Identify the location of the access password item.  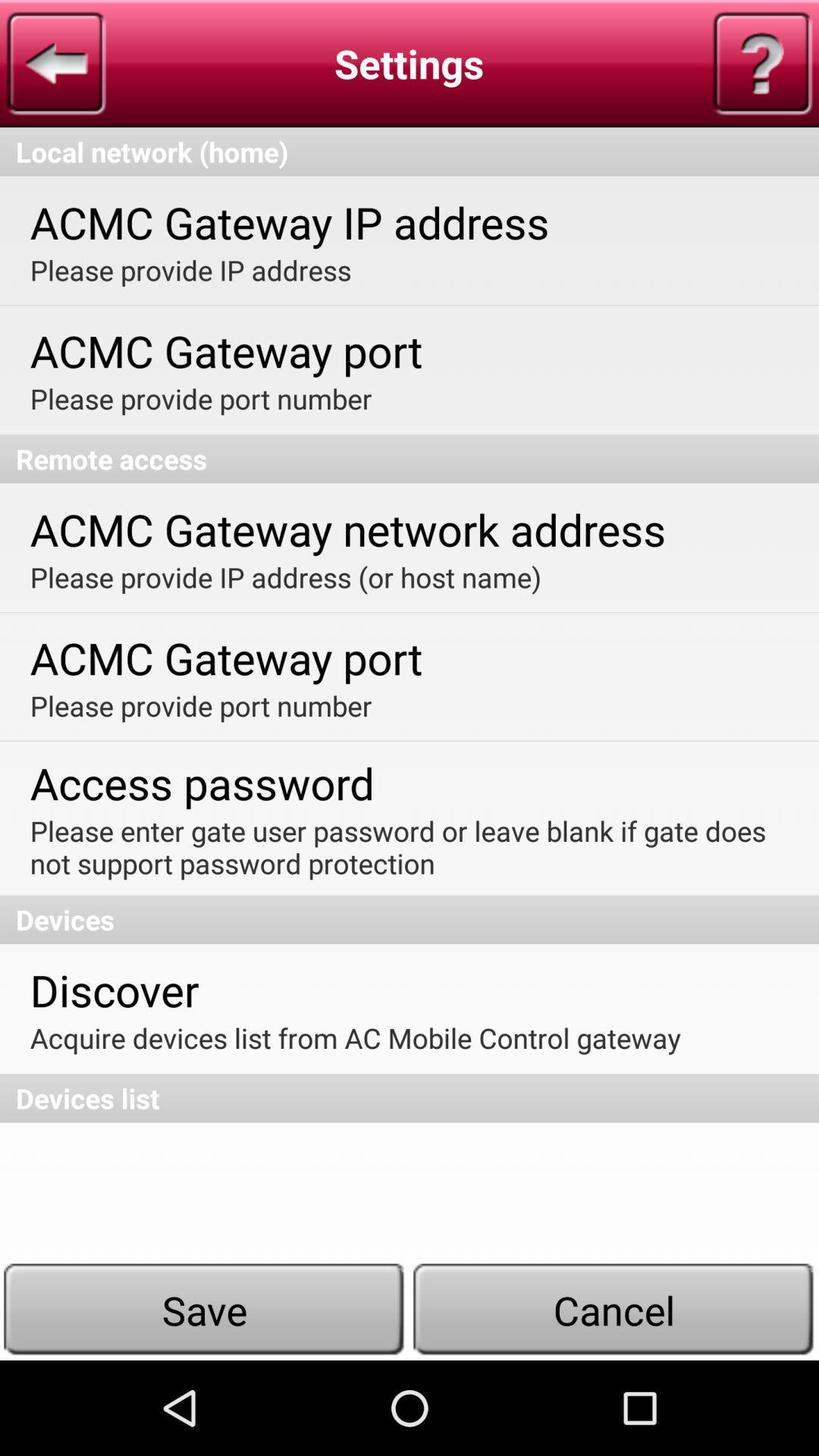
(201, 783).